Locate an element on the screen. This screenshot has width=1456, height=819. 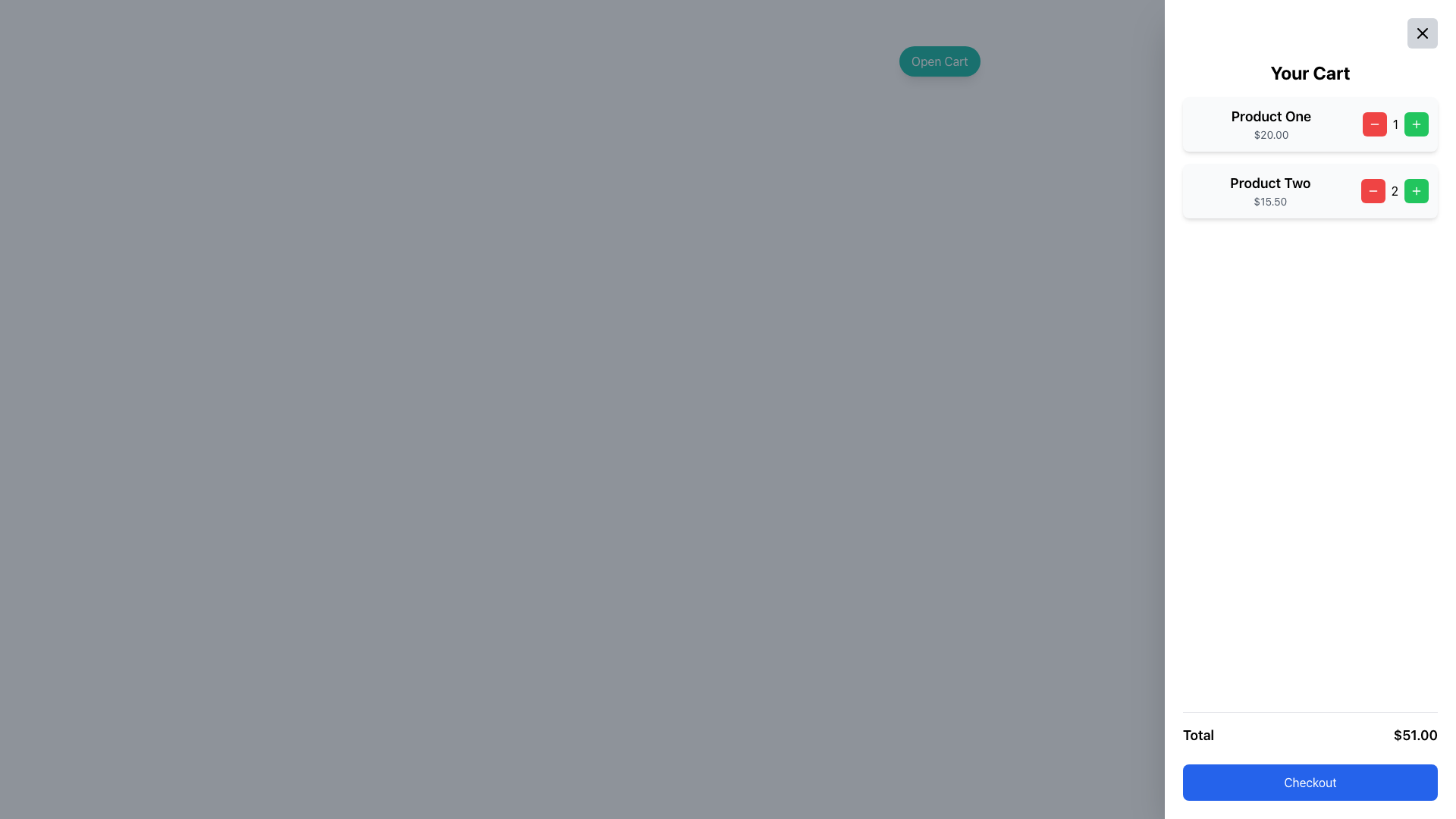
the checkout button located at the bottom of the visible cart summary in the sidebar, directly below the 'Total' label, to initiate the checkout process is located at coordinates (1310, 783).